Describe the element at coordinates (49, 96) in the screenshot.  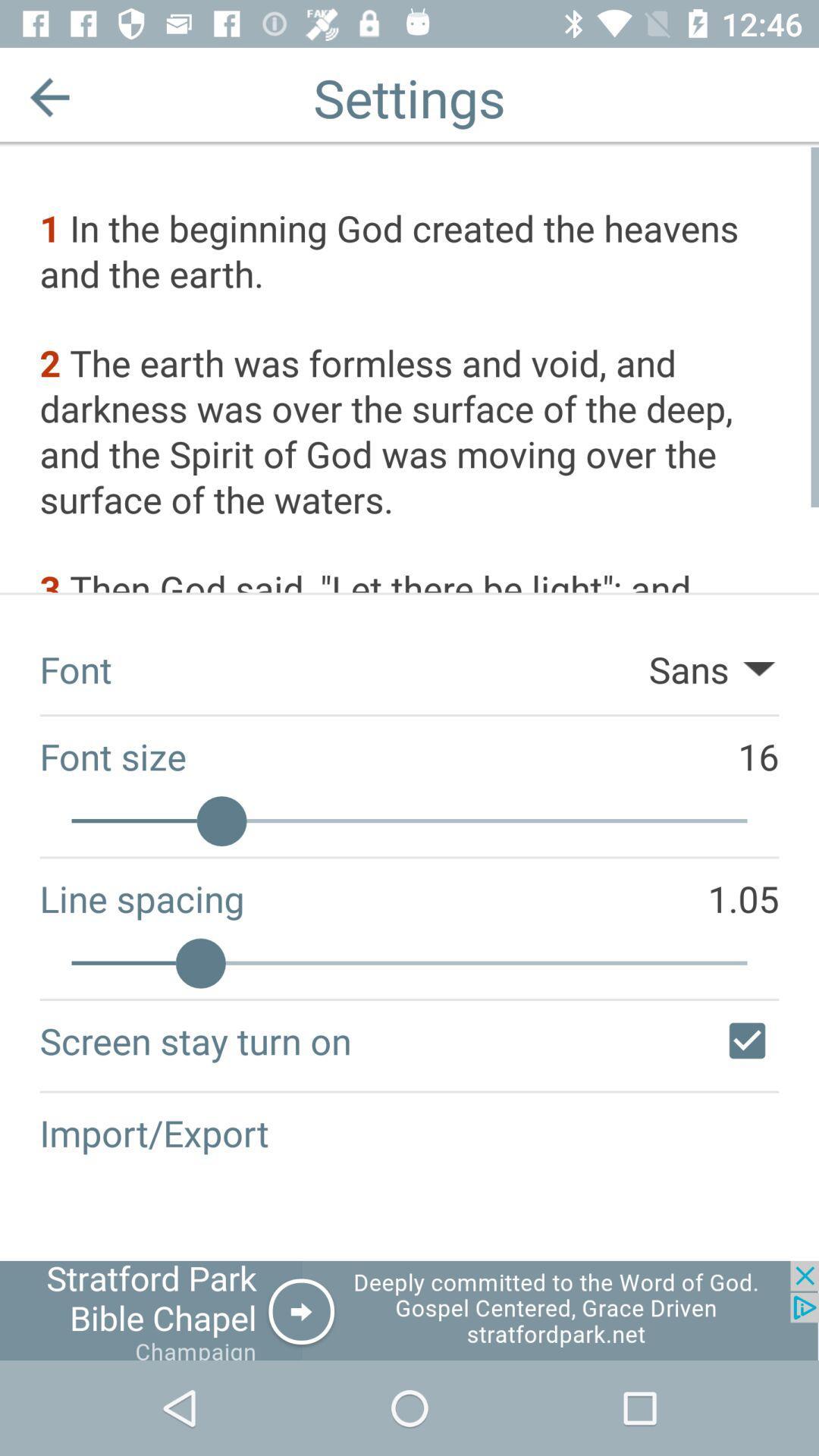
I see `the arrow_backward icon` at that location.